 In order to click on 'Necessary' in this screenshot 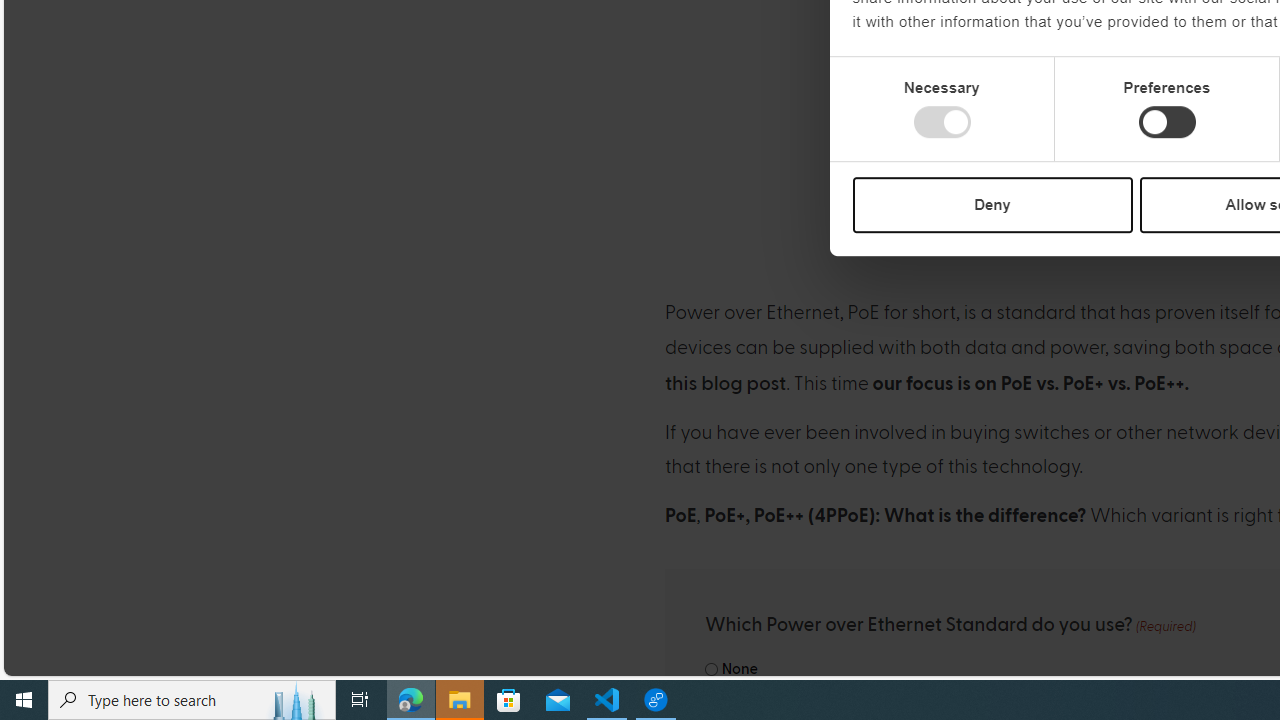, I will do `click(941, 122)`.